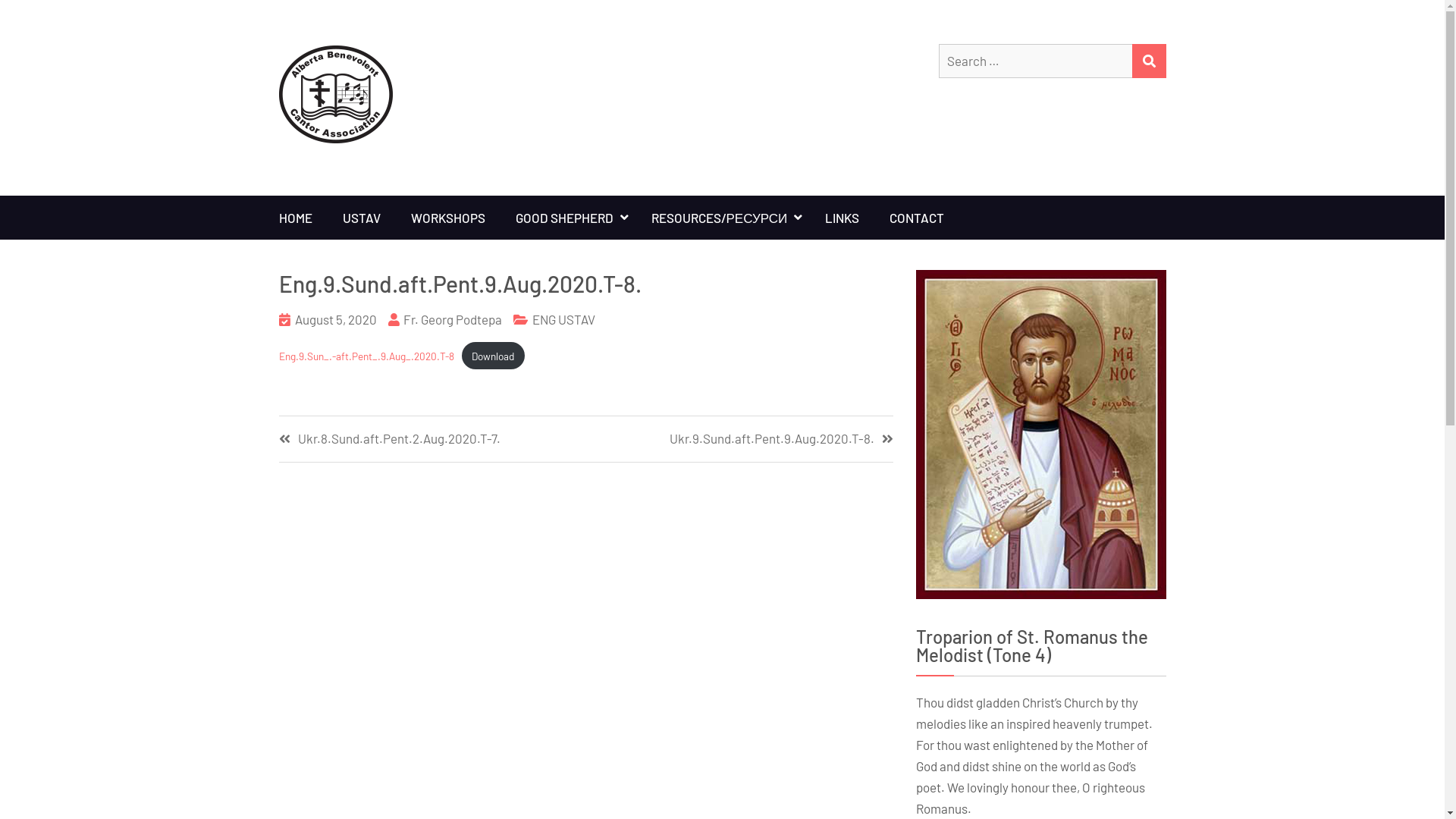 Image resolution: width=1456 pixels, height=819 pixels. I want to click on 'August 5, 2020', so click(334, 318).